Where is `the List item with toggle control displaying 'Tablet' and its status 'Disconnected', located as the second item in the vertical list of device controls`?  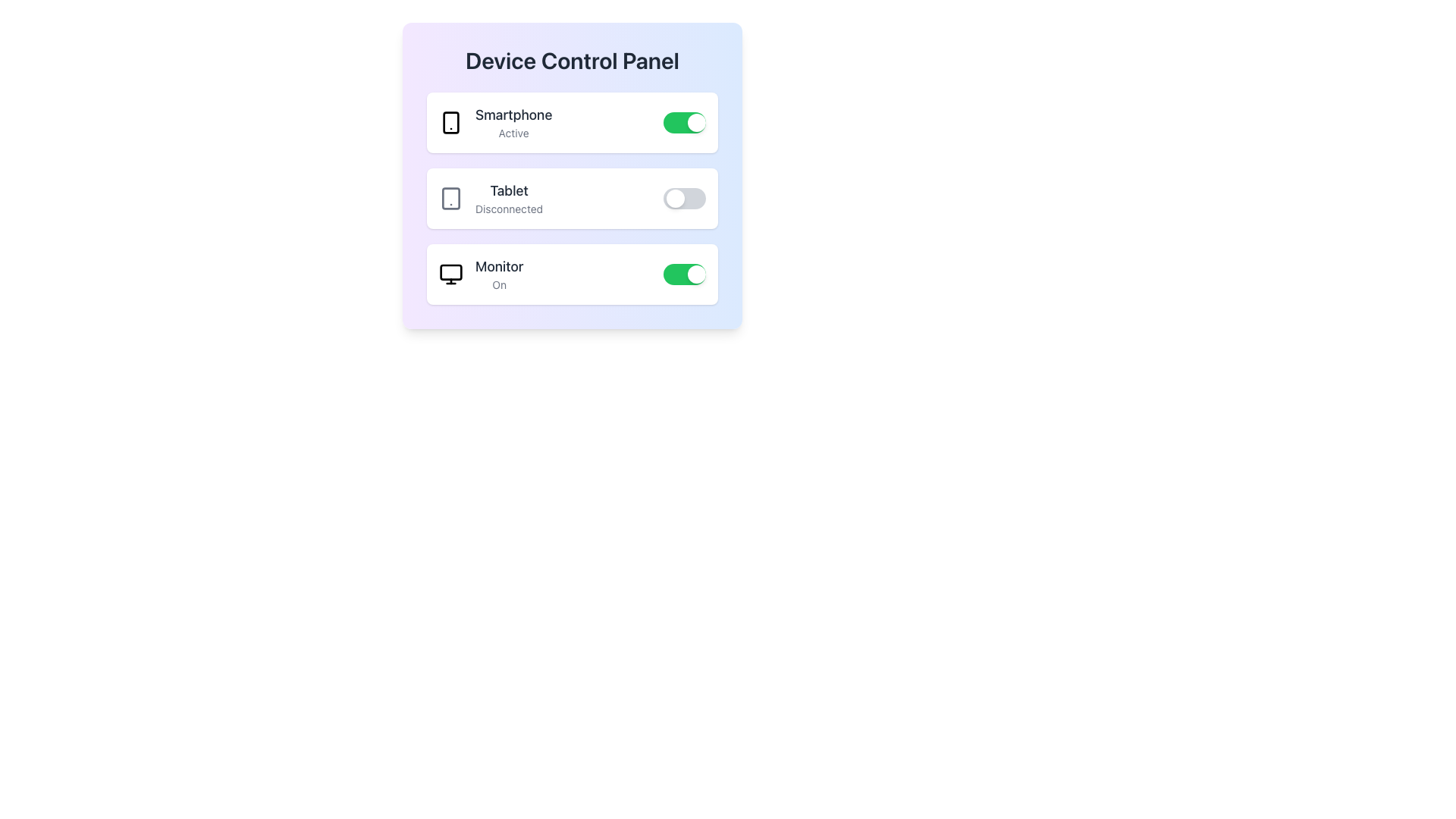 the List item with toggle control displaying 'Tablet' and its status 'Disconnected', located as the second item in the vertical list of device controls is located at coordinates (571, 198).